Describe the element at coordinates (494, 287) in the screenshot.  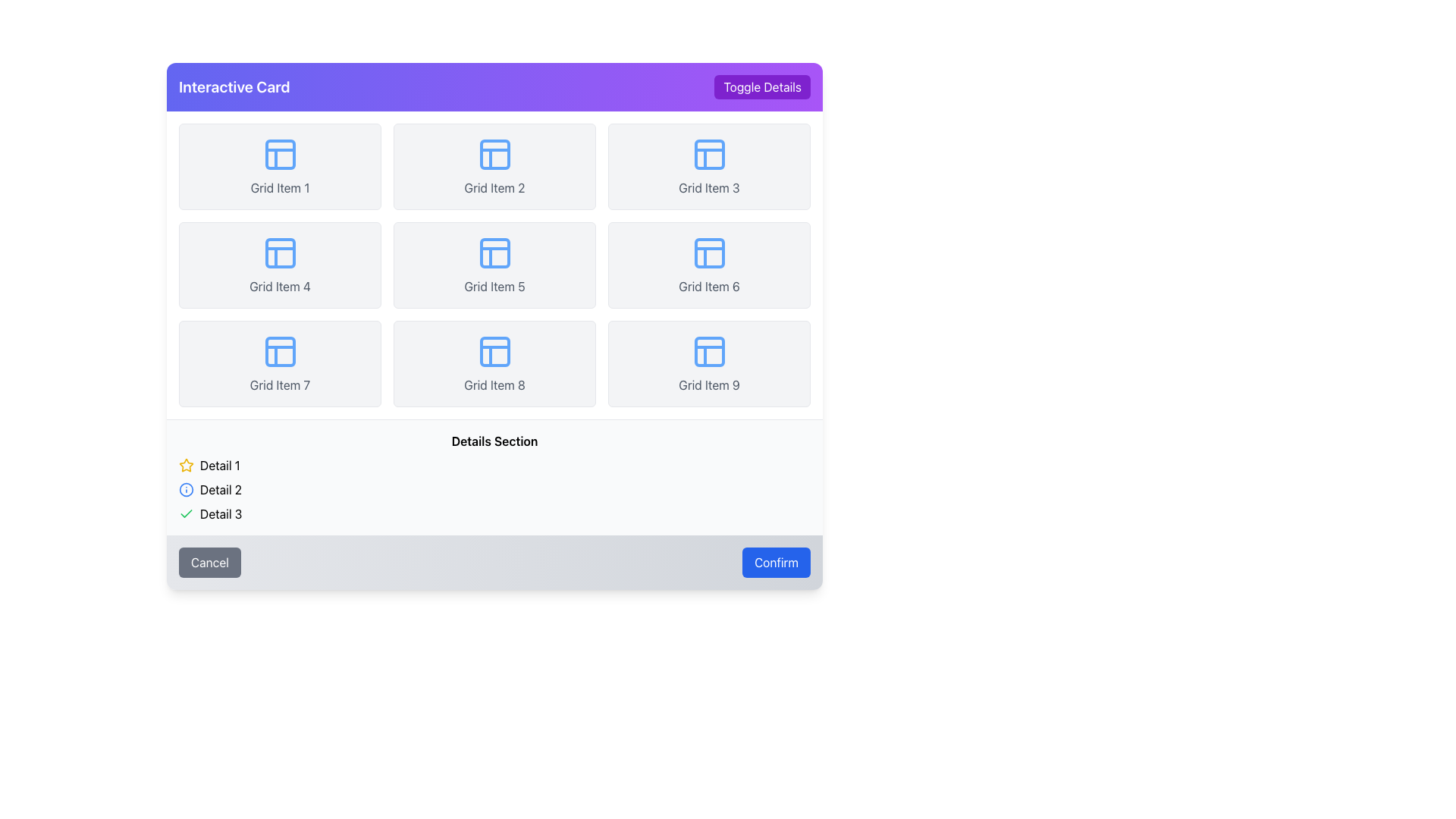
I see `the Text Label that identifies 'Grid Item 5', which is located in the middle grid item of the second row in a 3x3 grid layout, positioned below a blue grid icon` at that location.